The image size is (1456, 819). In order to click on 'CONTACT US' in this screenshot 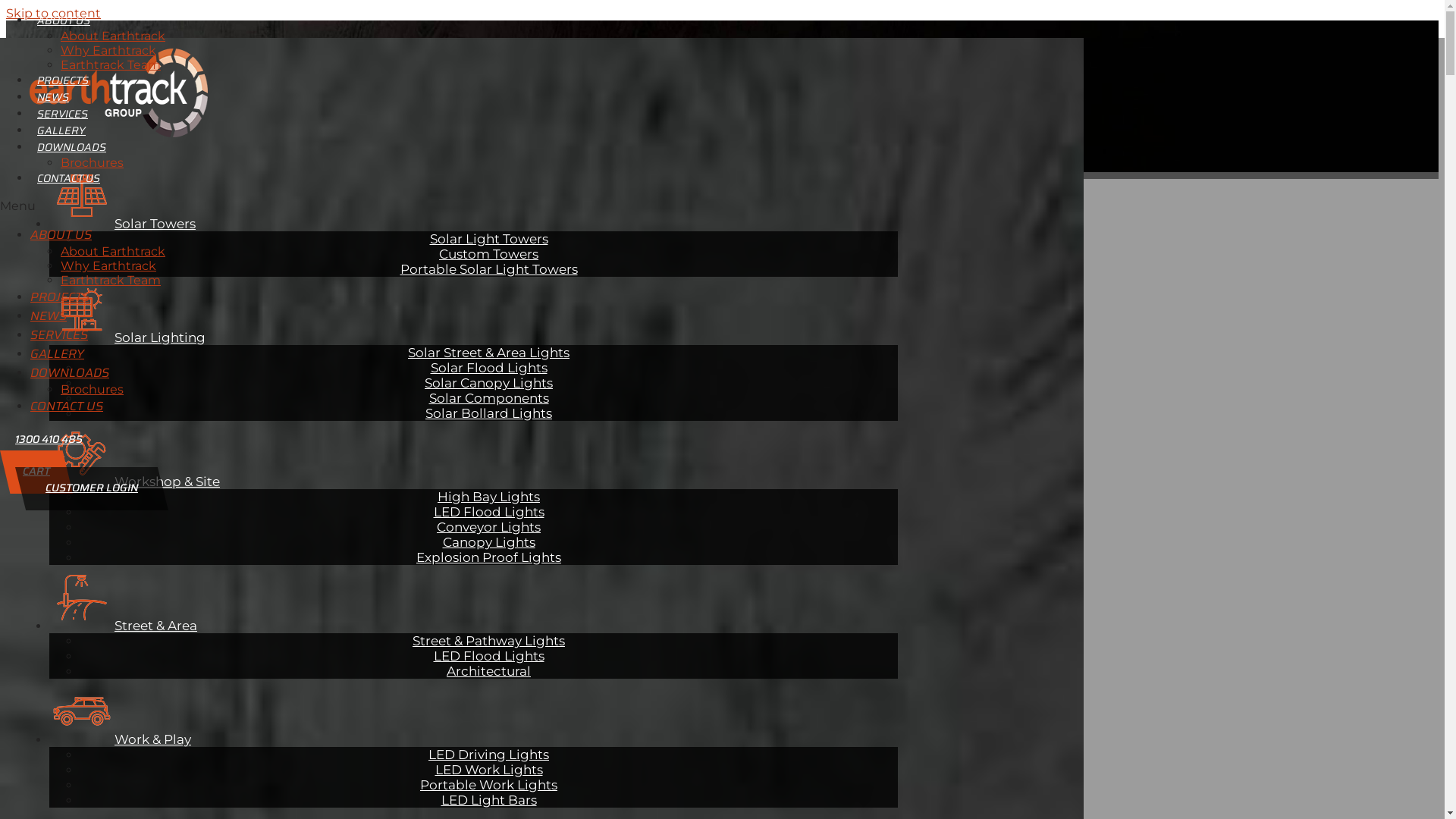, I will do `click(67, 177)`.